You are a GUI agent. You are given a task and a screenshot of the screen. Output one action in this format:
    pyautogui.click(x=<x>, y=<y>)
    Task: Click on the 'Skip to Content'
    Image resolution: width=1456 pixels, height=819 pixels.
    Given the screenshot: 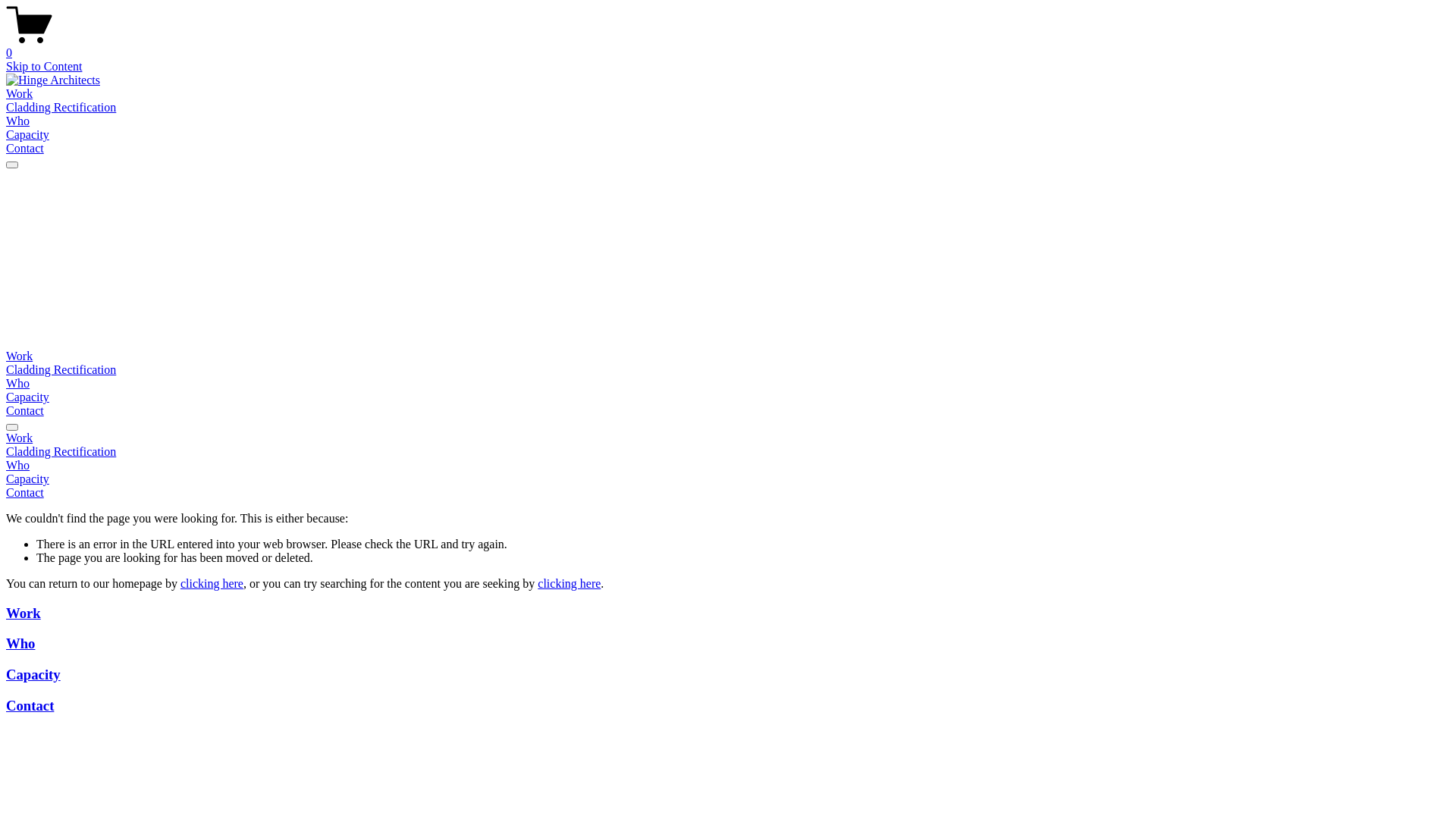 What is the action you would take?
    pyautogui.click(x=6, y=65)
    